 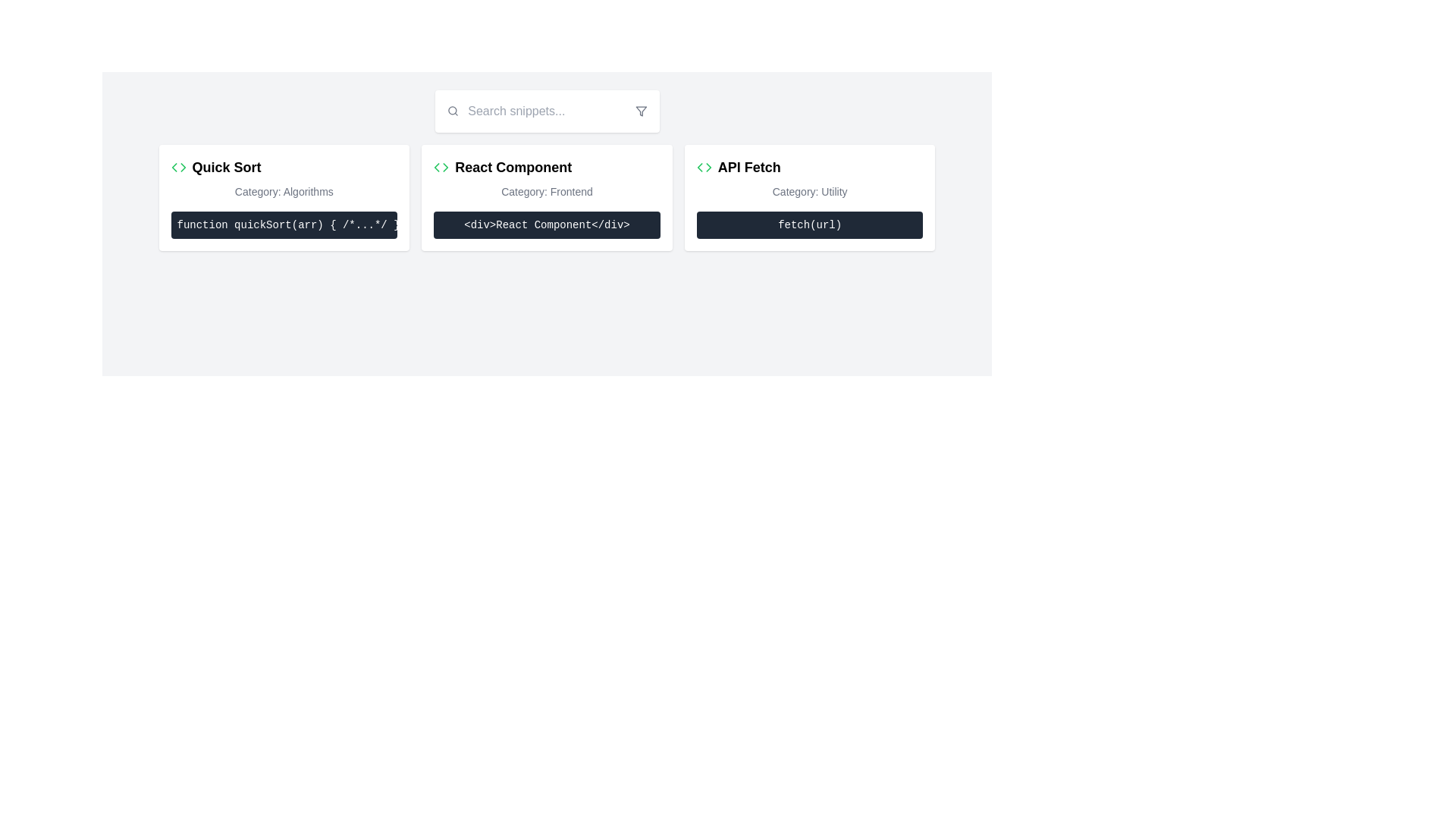 What do you see at coordinates (809, 225) in the screenshot?
I see `the text-display component styled as a code block displaying 'fetch(url)' located within the 'API Fetch' card, beneath the subtitle 'Category: Utility'` at bounding box center [809, 225].